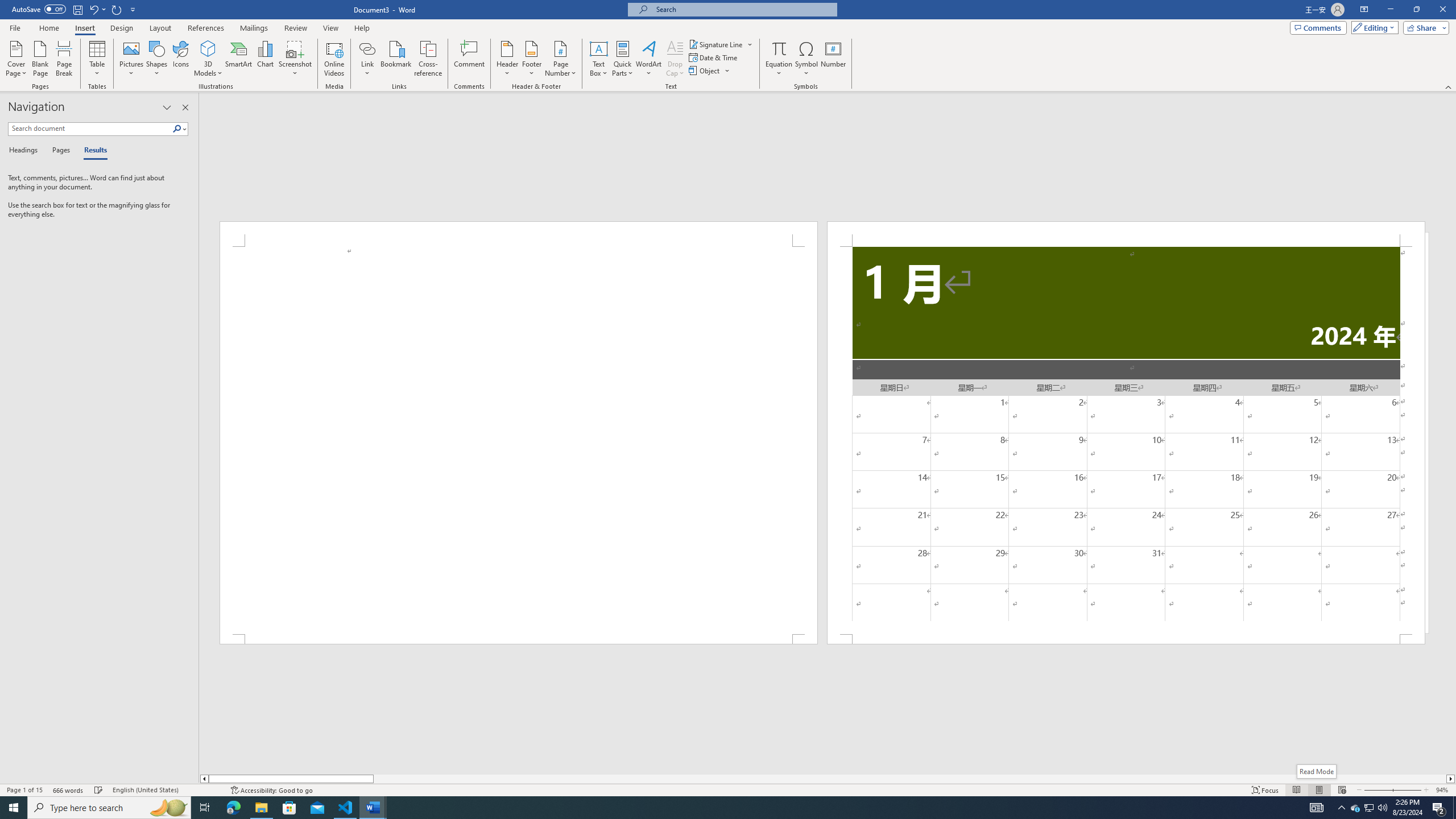 Image resolution: width=1456 pixels, height=819 pixels. Describe the element at coordinates (90, 128) in the screenshot. I see `'Search document'` at that location.